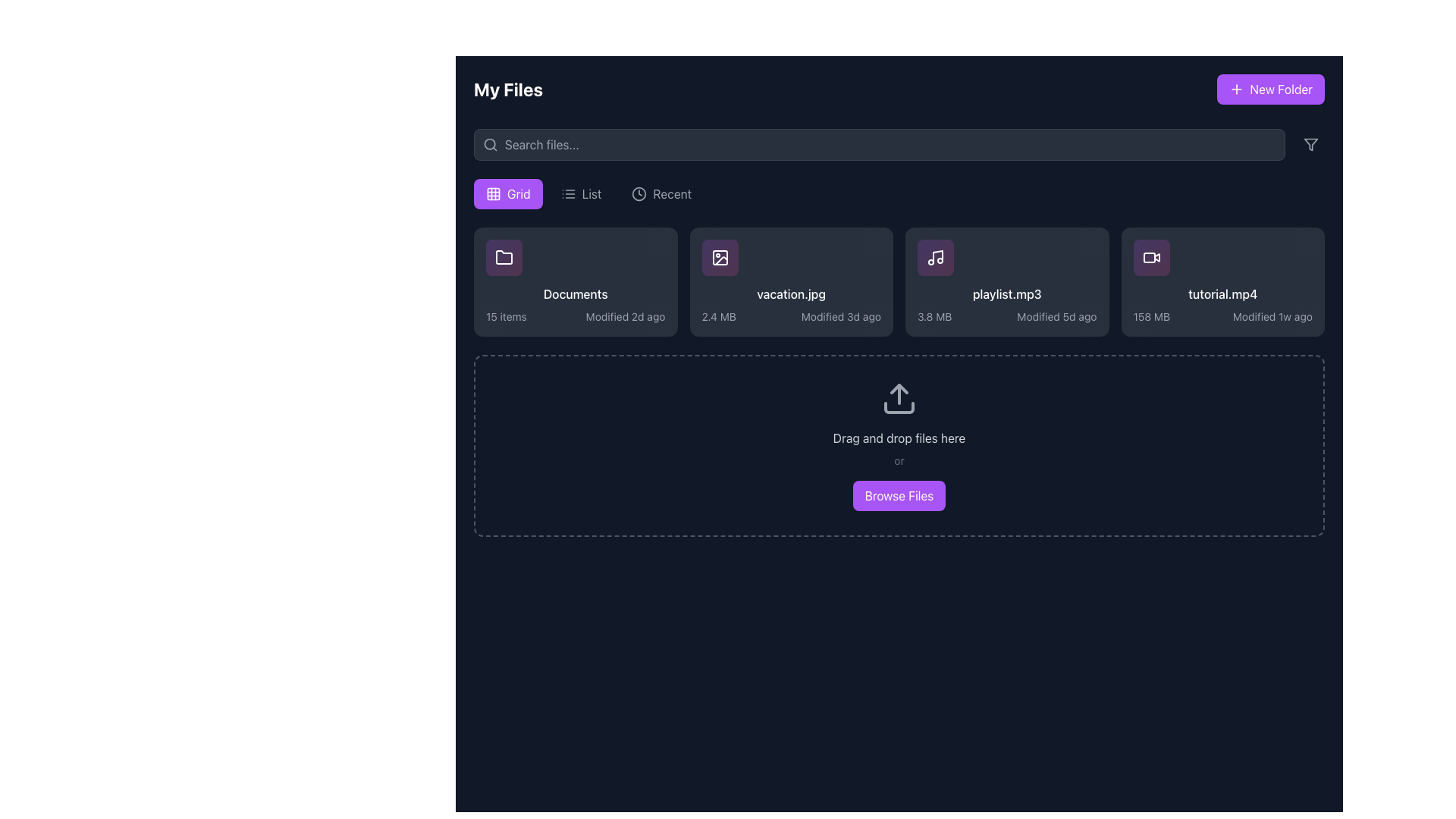  What do you see at coordinates (1185, 281) in the screenshot?
I see `the Icon button located in the top-right corner of the card representing the video file 'tutorial.mp4' to initiate the download process` at bounding box center [1185, 281].